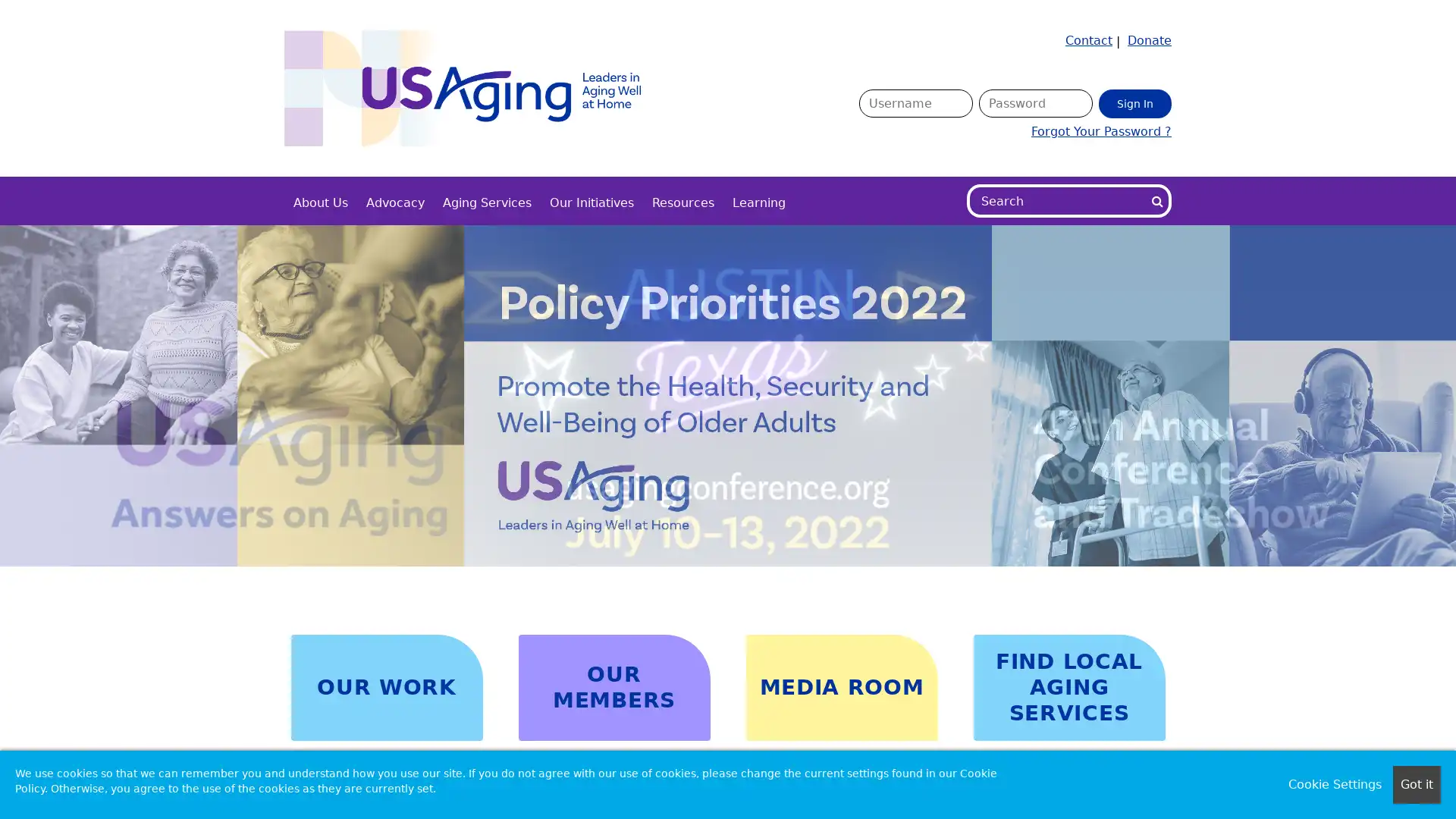 The width and height of the screenshot is (1456, 819). I want to click on Sign In, so click(1135, 102).